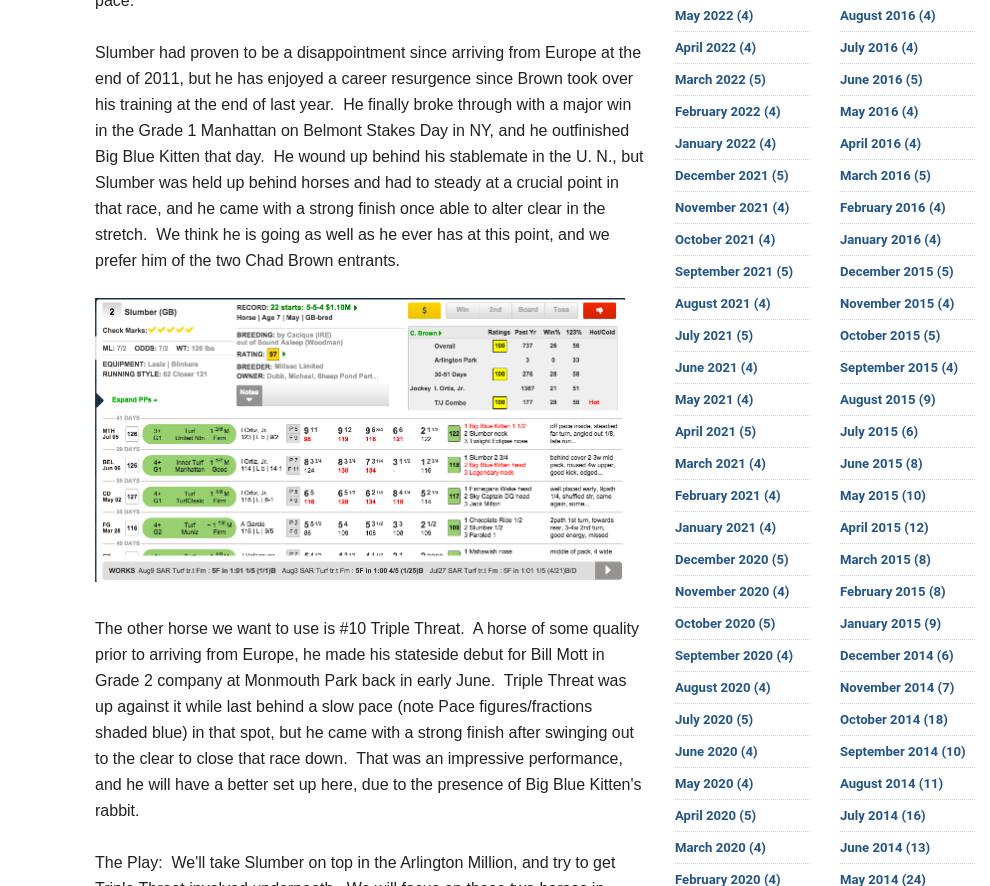 This screenshot has width=990, height=886. I want to click on 'June 2014 (13)', so click(884, 846).